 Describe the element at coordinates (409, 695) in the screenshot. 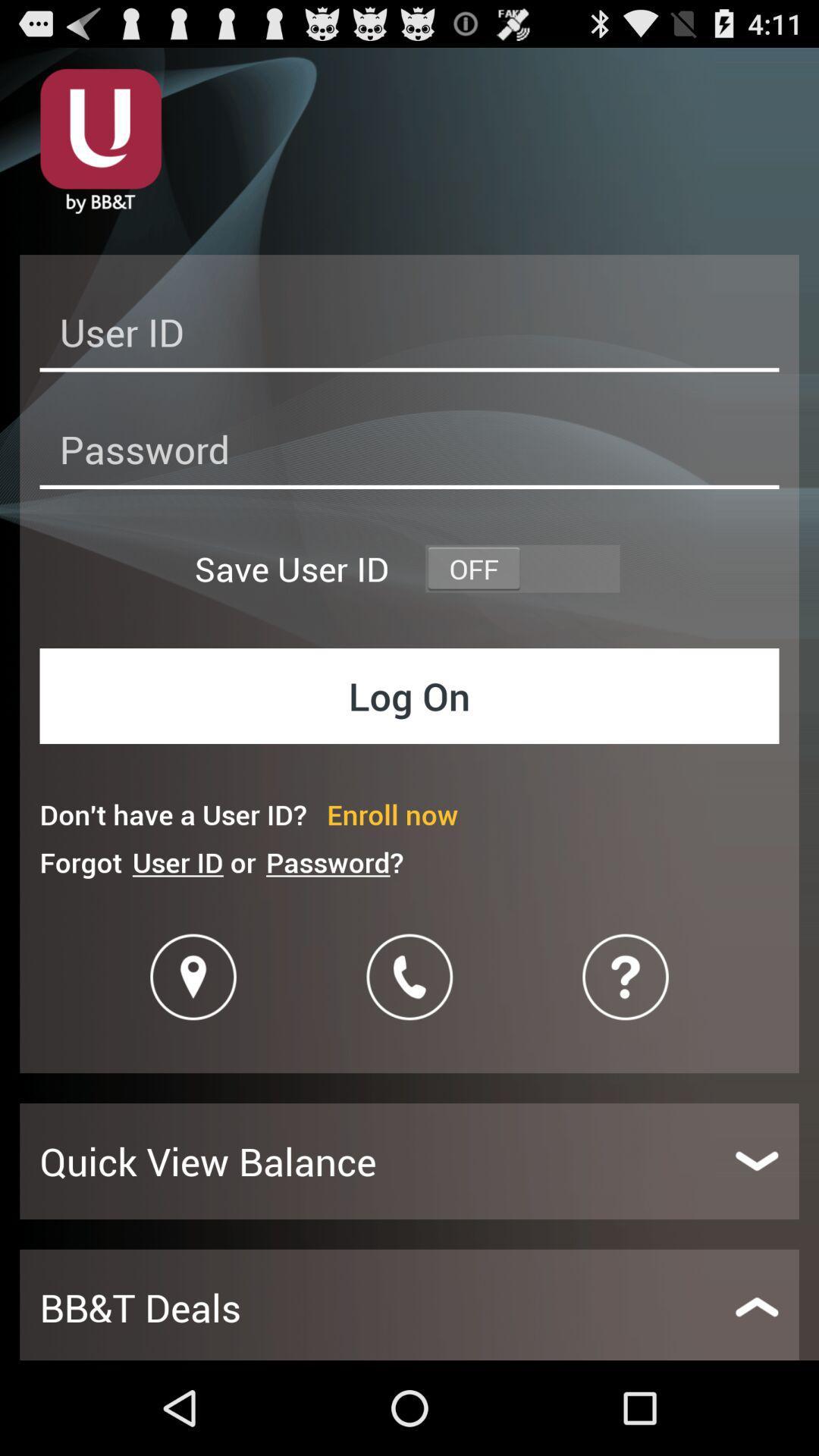

I see `the item below save user id icon` at that location.